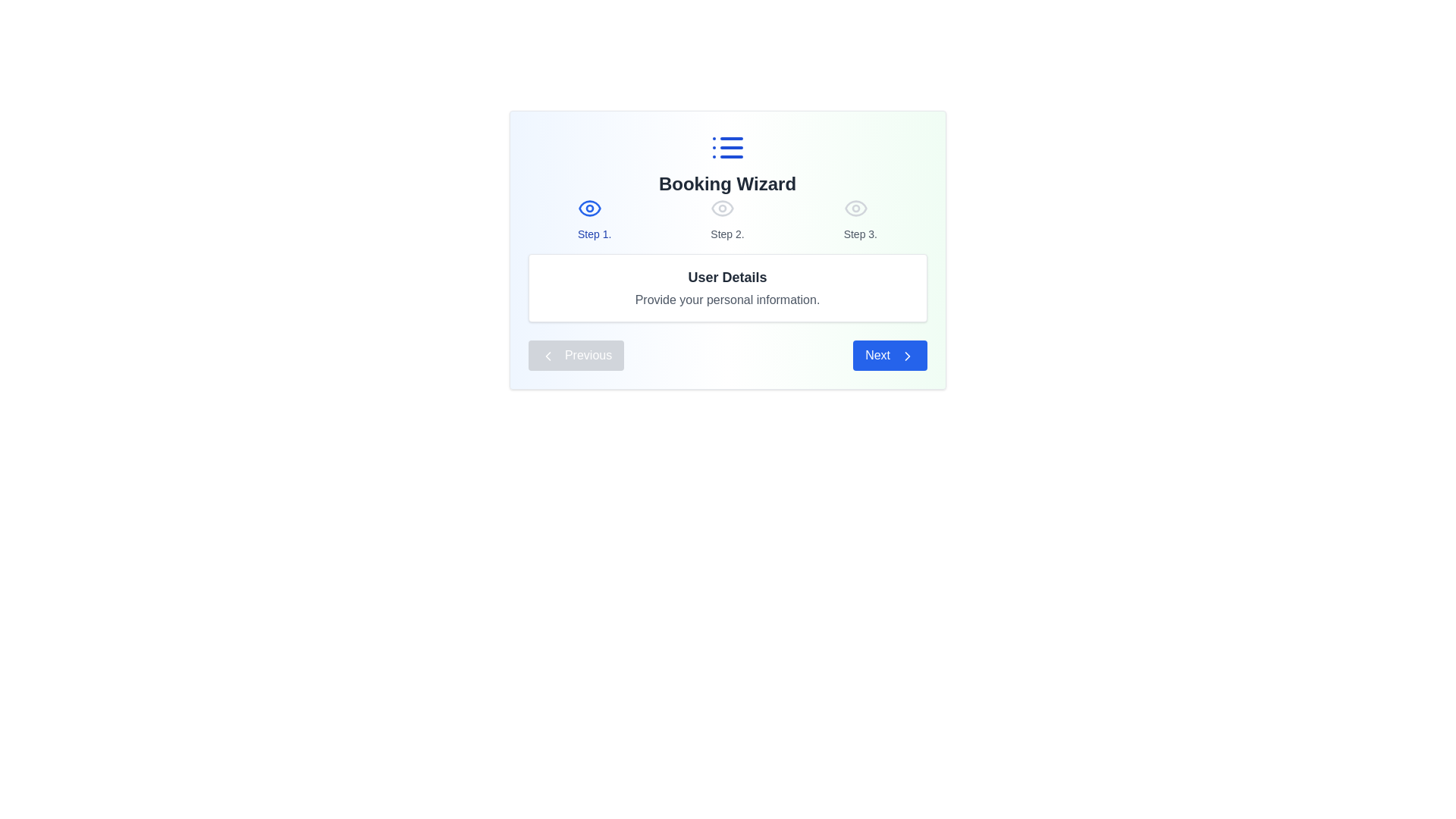 This screenshot has height=819, width=1456. I want to click on the right-pointing chevron arrow icon located at the rightmost end of the 'Next' button, so click(907, 356).